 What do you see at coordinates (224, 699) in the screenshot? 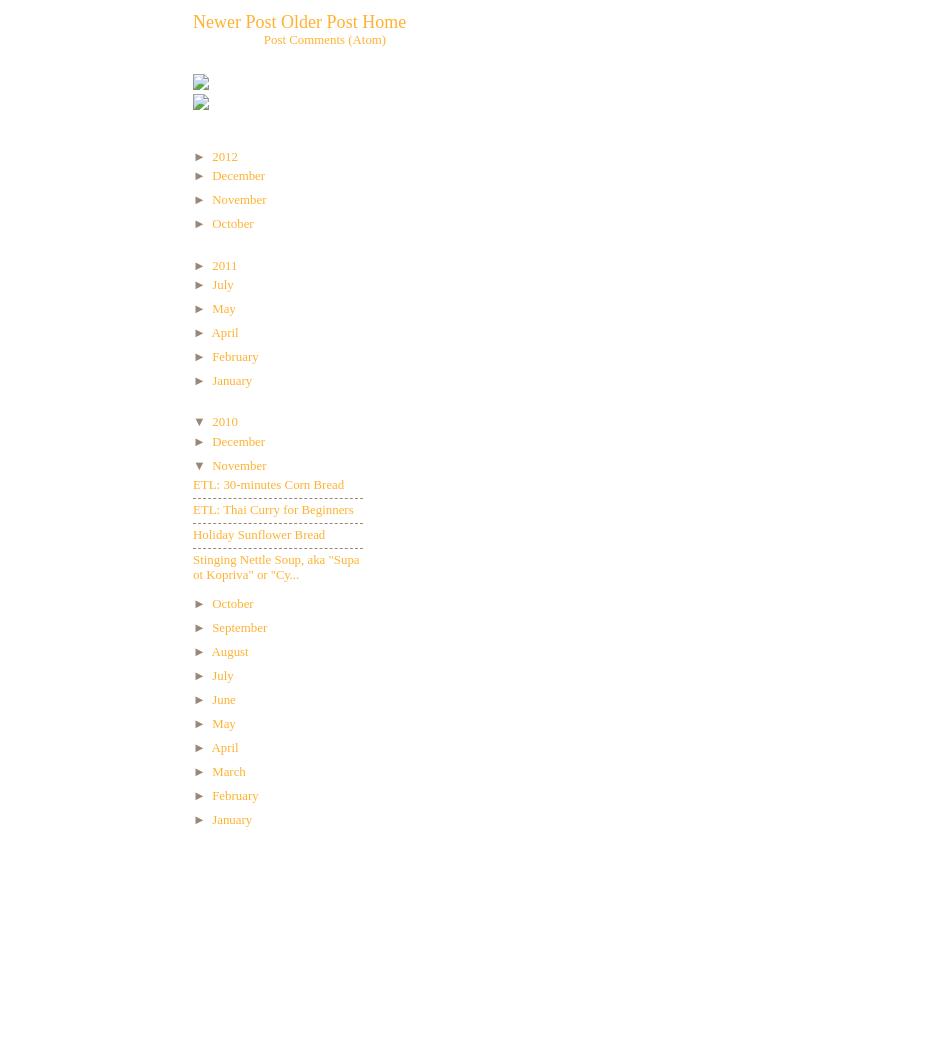
I see `'June'` at bounding box center [224, 699].